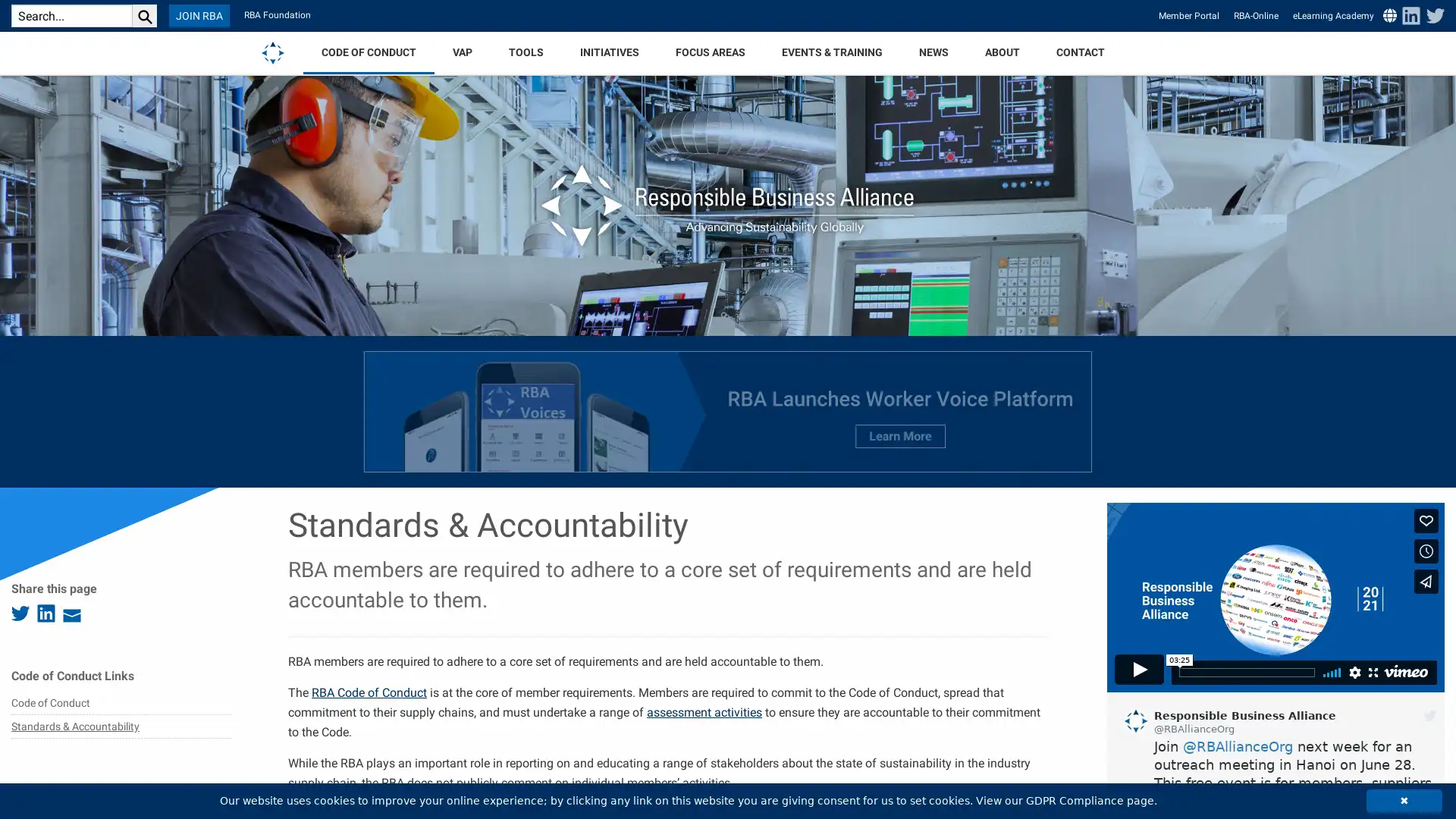  I want to click on search, so click(145, 15).